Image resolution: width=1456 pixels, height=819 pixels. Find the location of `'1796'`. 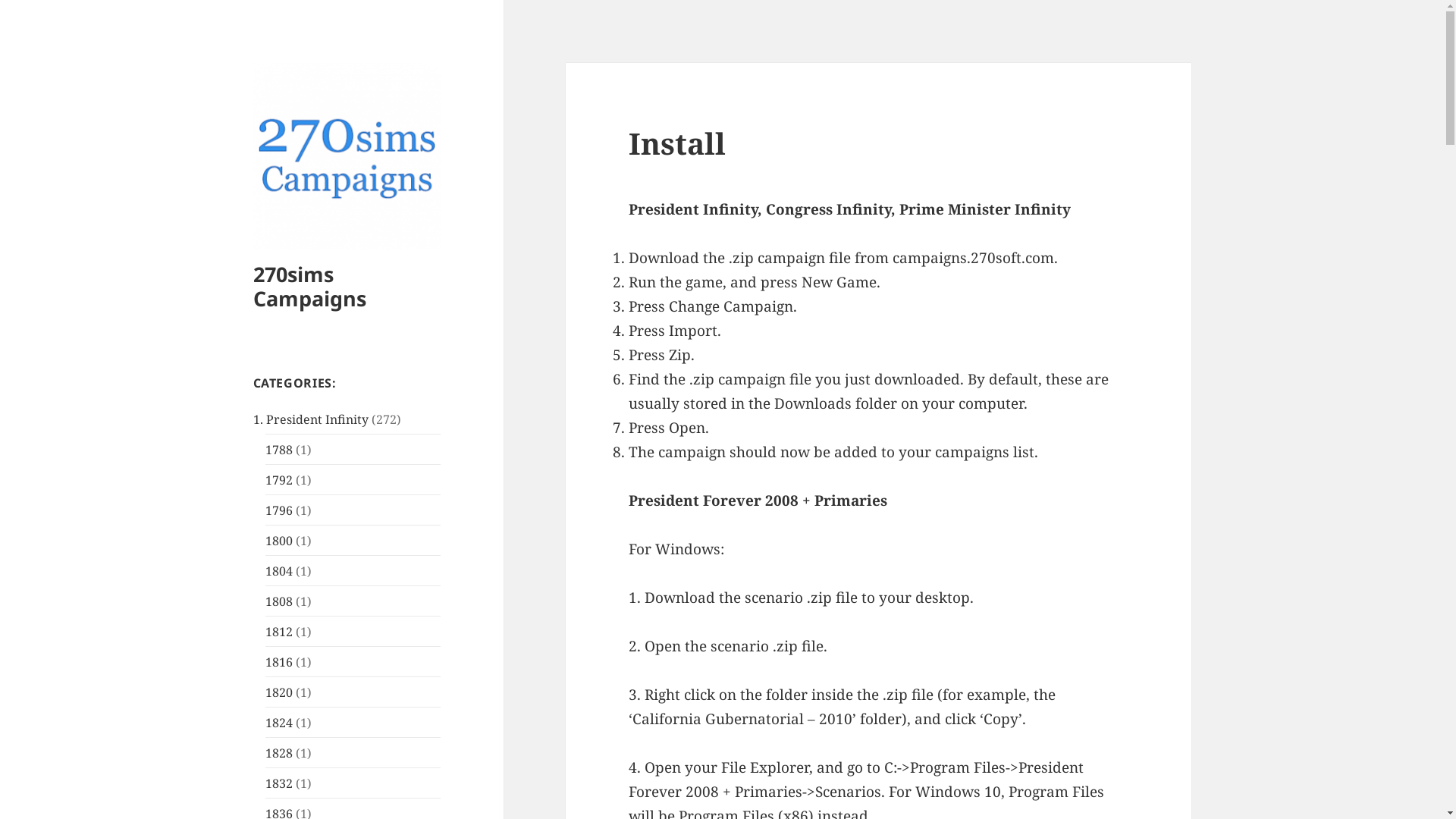

'1796' is located at coordinates (279, 510).